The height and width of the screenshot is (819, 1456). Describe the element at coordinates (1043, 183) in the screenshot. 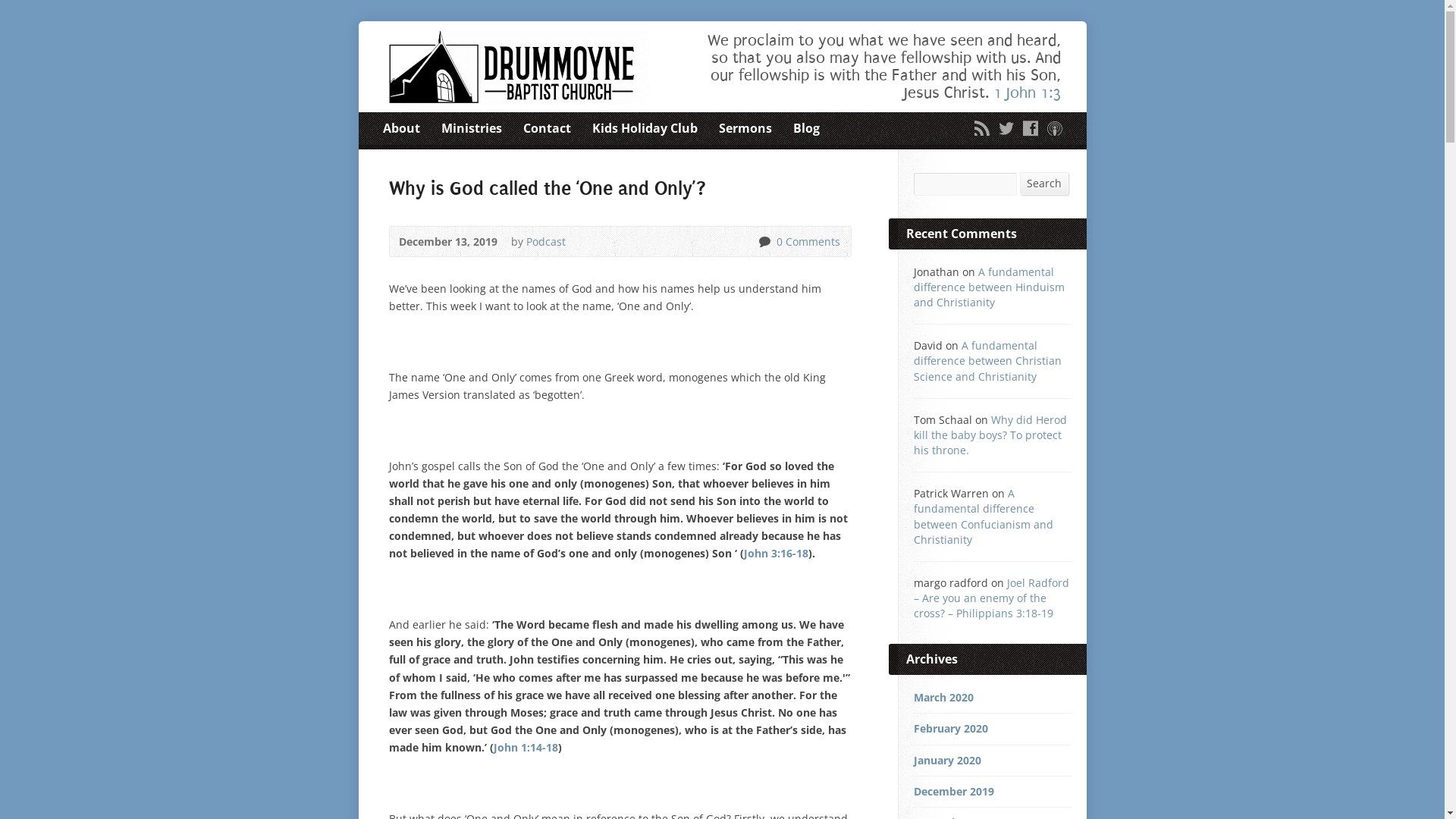

I see `'Search'` at that location.